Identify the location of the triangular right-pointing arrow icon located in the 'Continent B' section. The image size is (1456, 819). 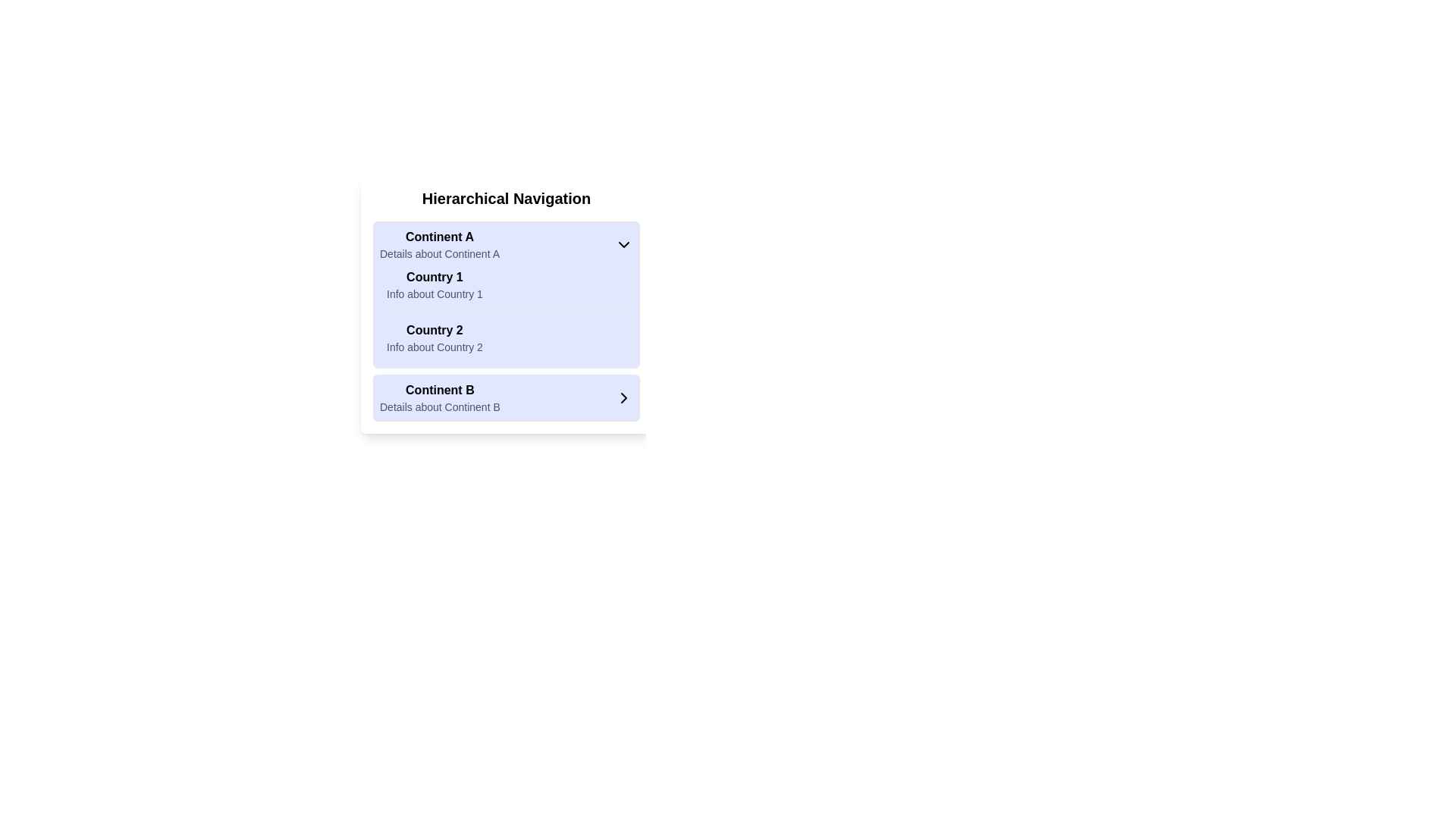
(623, 397).